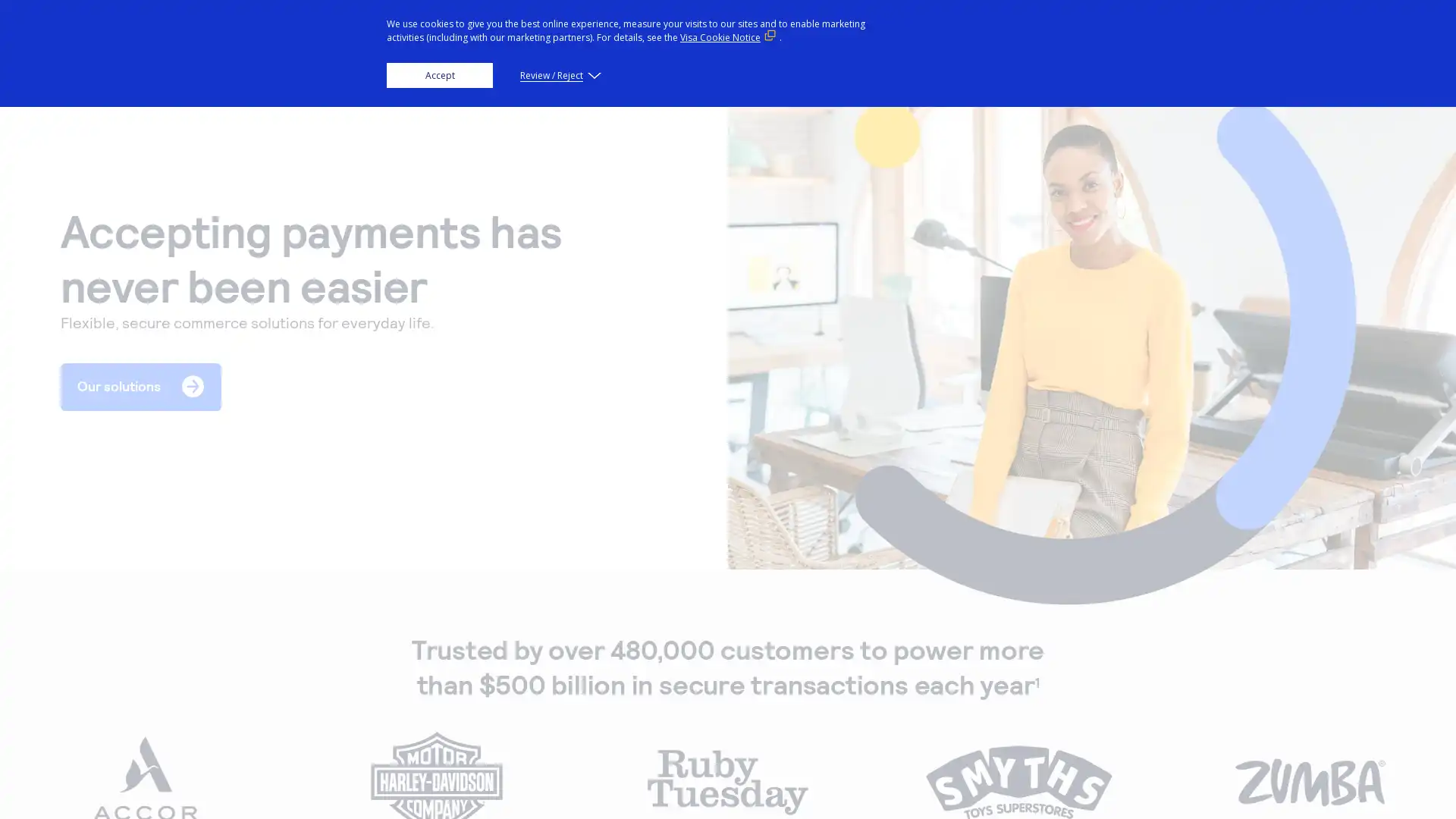 This screenshot has width=1456, height=819. What do you see at coordinates (1187, 31) in the screenshot?
I see `Search` at bounding box center [1187, 31].